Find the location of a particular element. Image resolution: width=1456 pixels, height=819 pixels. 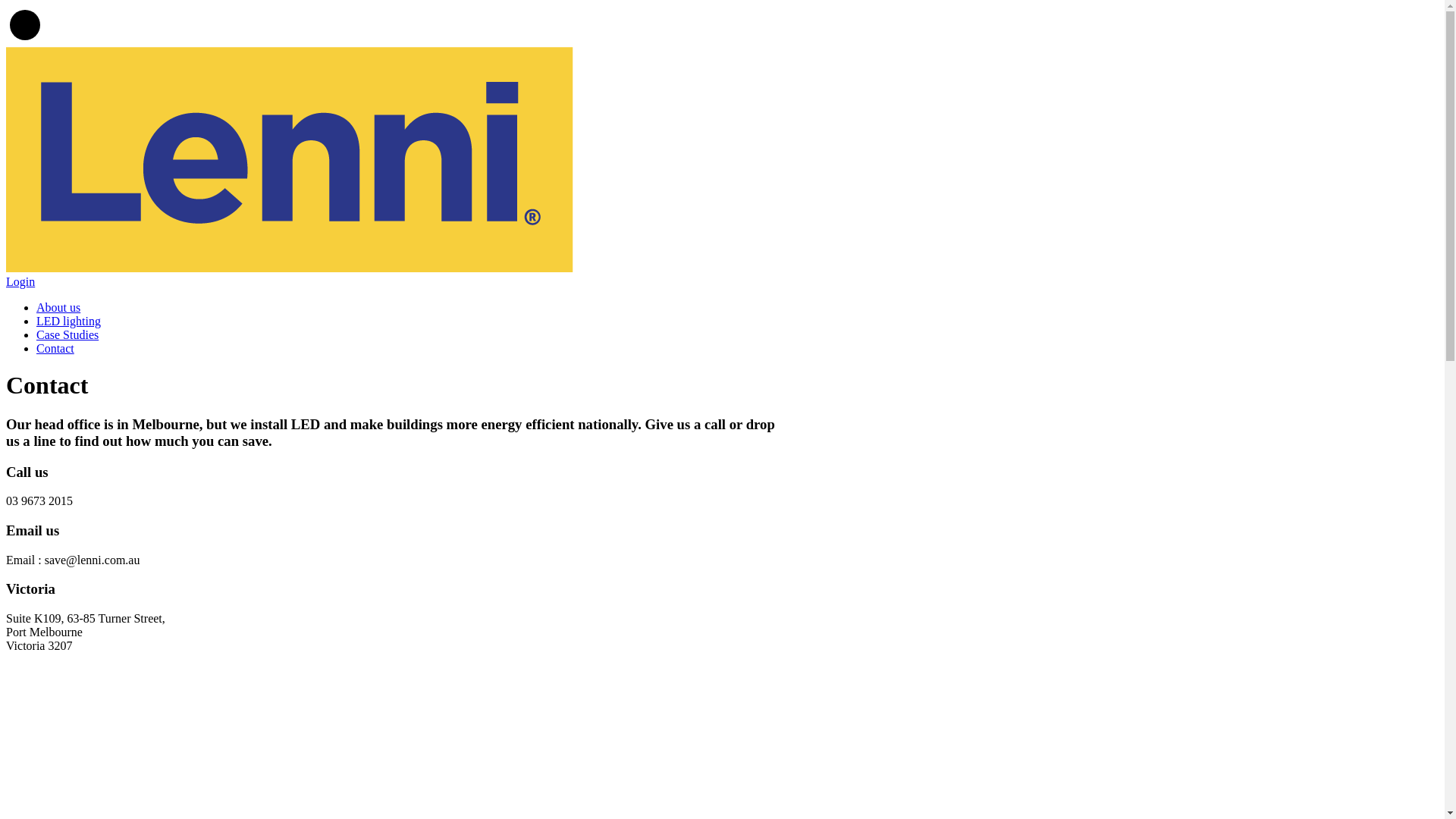

'About us' is located at coordinates (36, 307).